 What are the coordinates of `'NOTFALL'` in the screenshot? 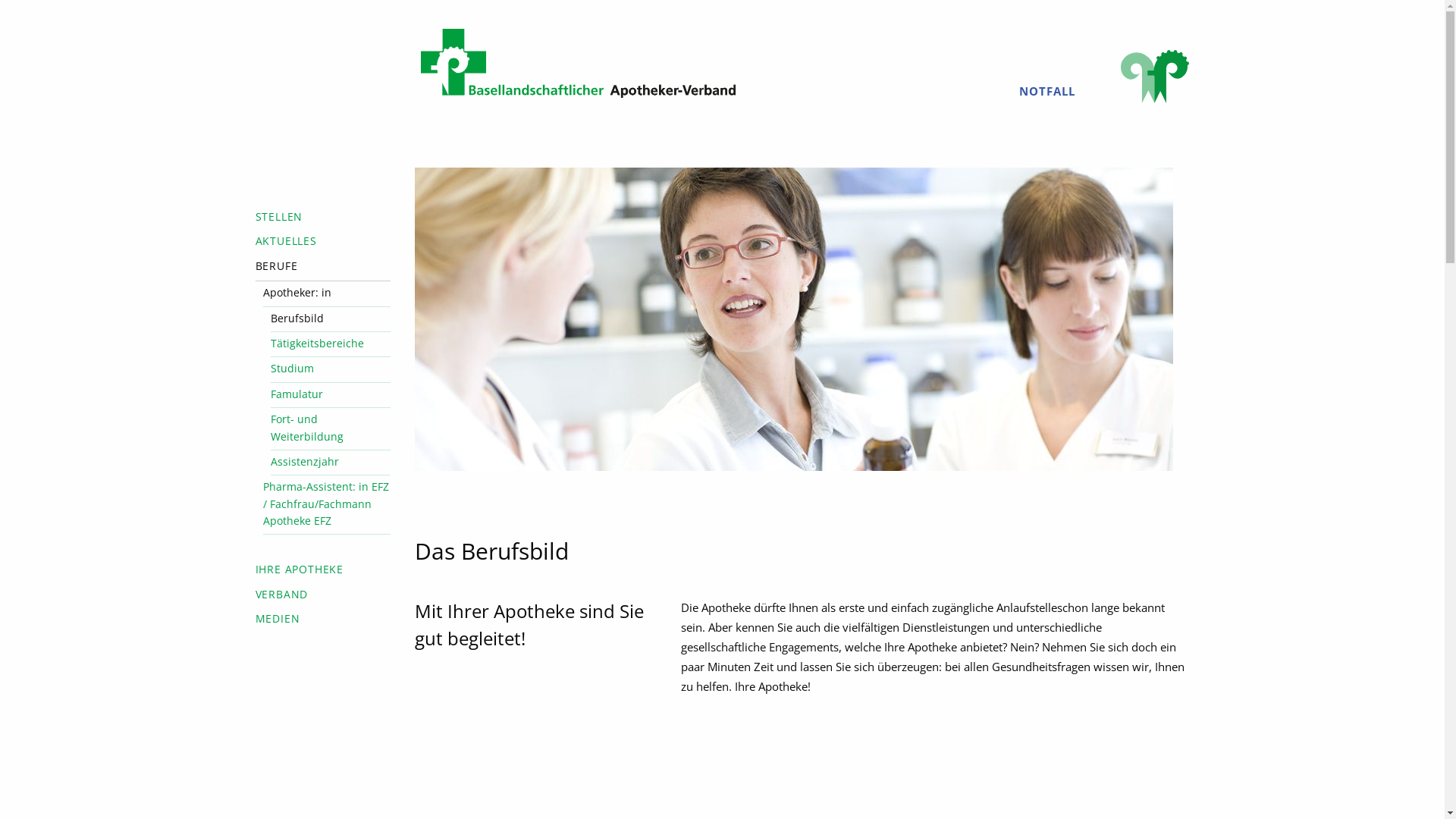 It's located at (1046, 90).